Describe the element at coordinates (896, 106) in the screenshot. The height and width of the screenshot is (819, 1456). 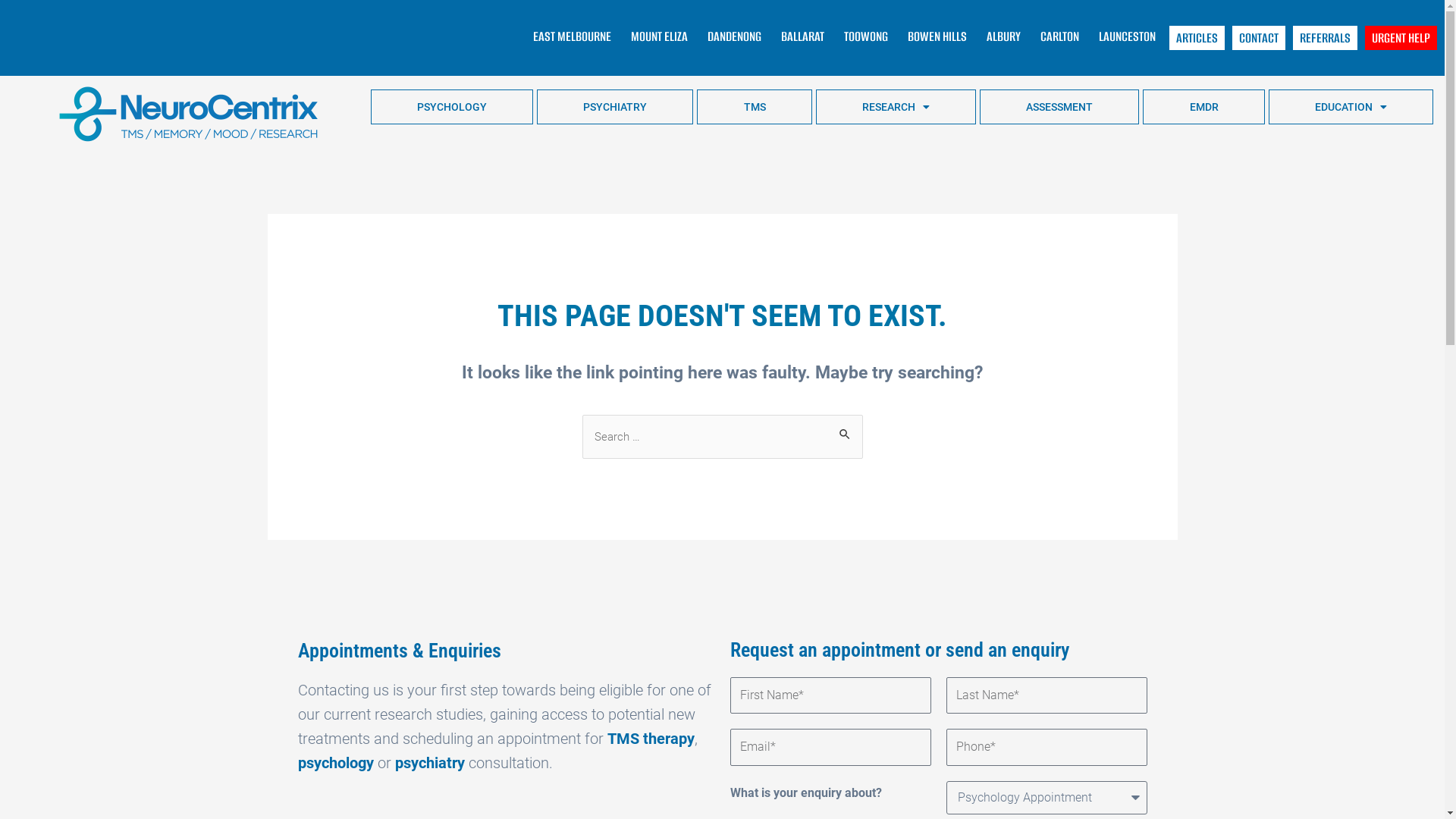
I see `'RESEARCH'` at that location.